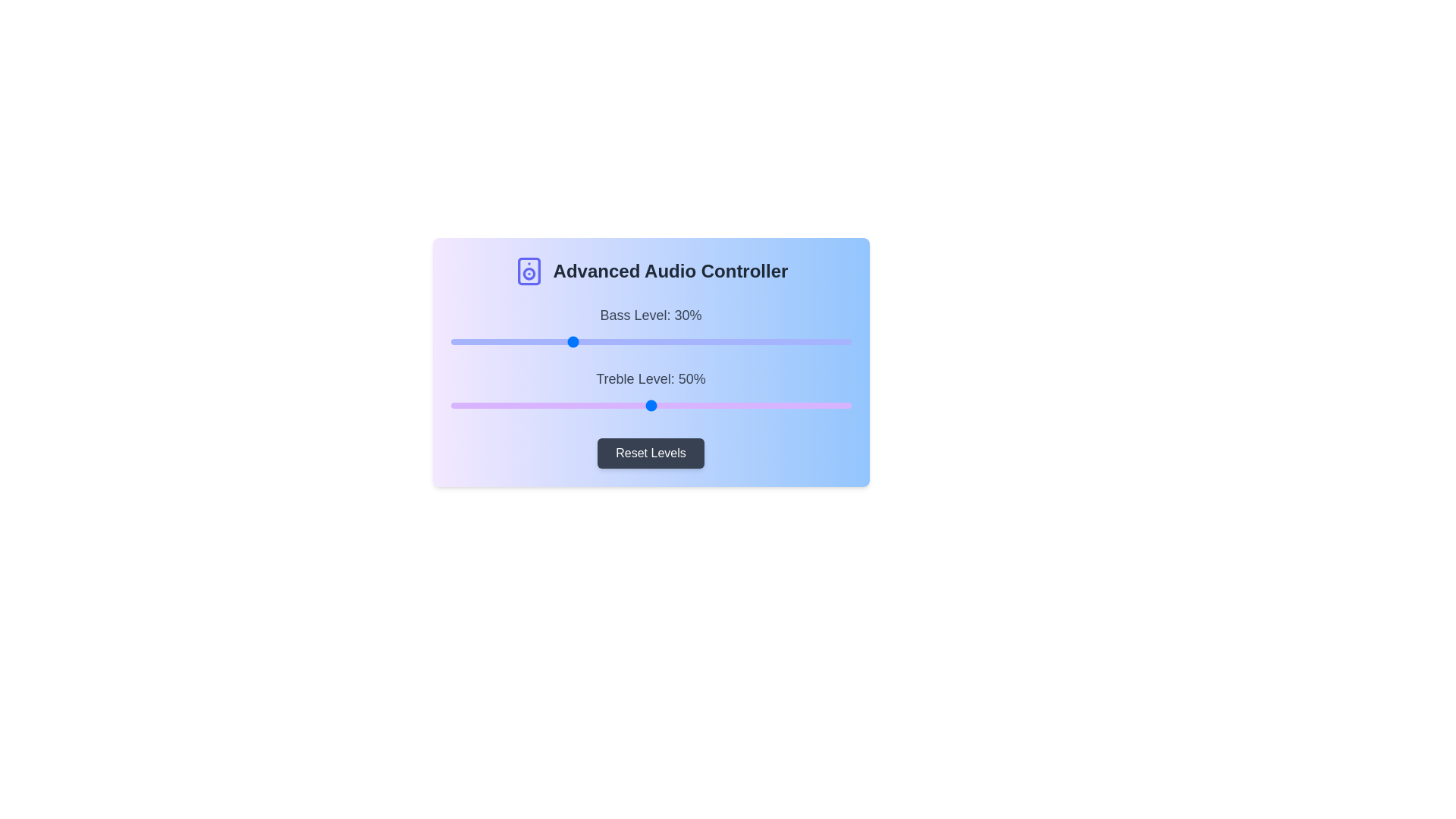 This screenshot has width=1456, height=819. Describe the element at coordinates (615, 342) in the screenshot. I see `the 0 slider to 41%` at that location.